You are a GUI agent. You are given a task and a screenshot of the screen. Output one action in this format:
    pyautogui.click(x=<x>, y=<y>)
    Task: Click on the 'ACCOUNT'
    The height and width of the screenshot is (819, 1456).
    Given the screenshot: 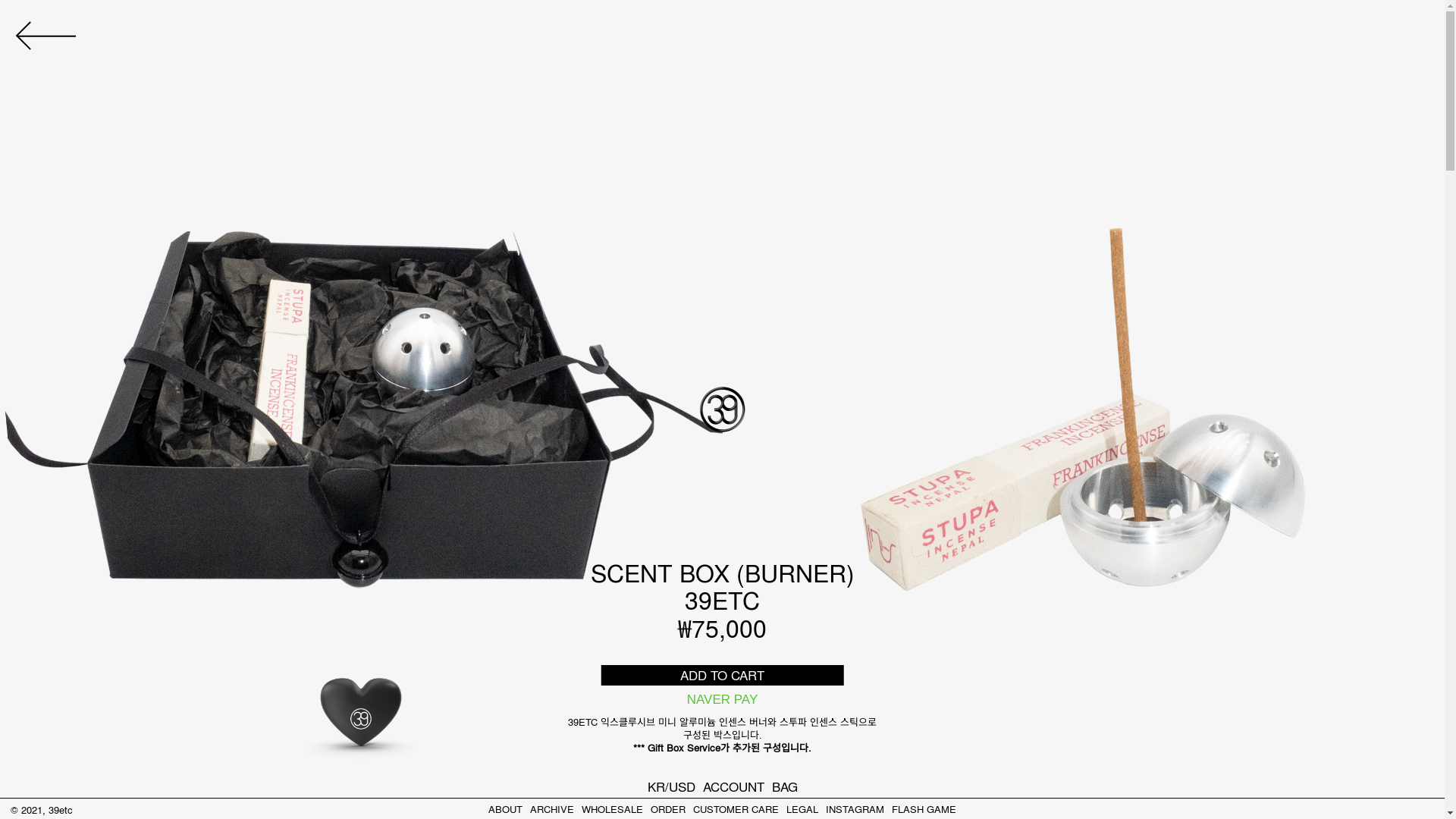 What is the action you would take?
    pyautogui.click(x=701, y=785)
    